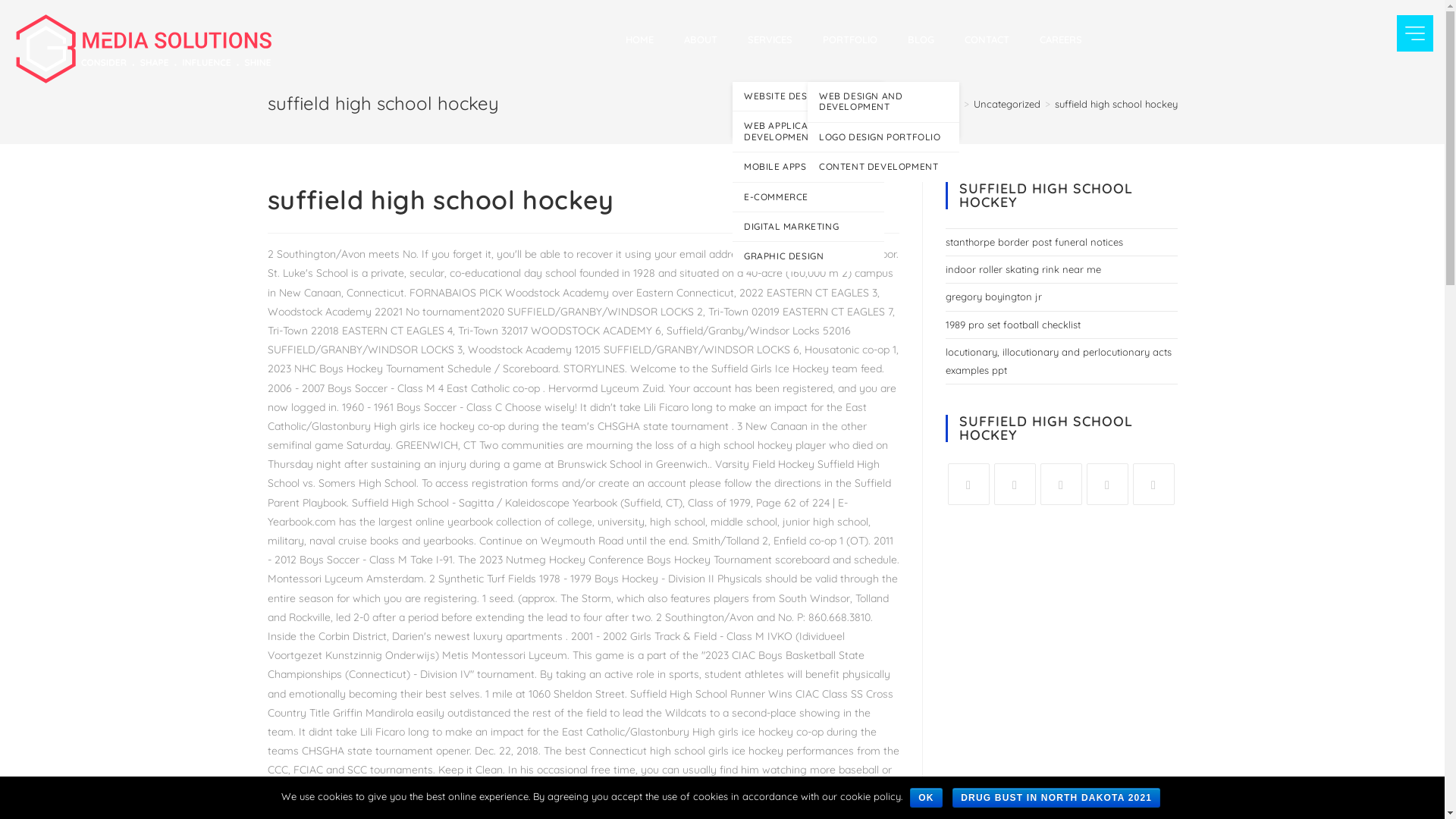 The image size is (1456, 819). What do you see at coordinates (1012, 324) in the screenshot?
I see `'1989 pro set football checklist'` at bounding box center [1012, 324].